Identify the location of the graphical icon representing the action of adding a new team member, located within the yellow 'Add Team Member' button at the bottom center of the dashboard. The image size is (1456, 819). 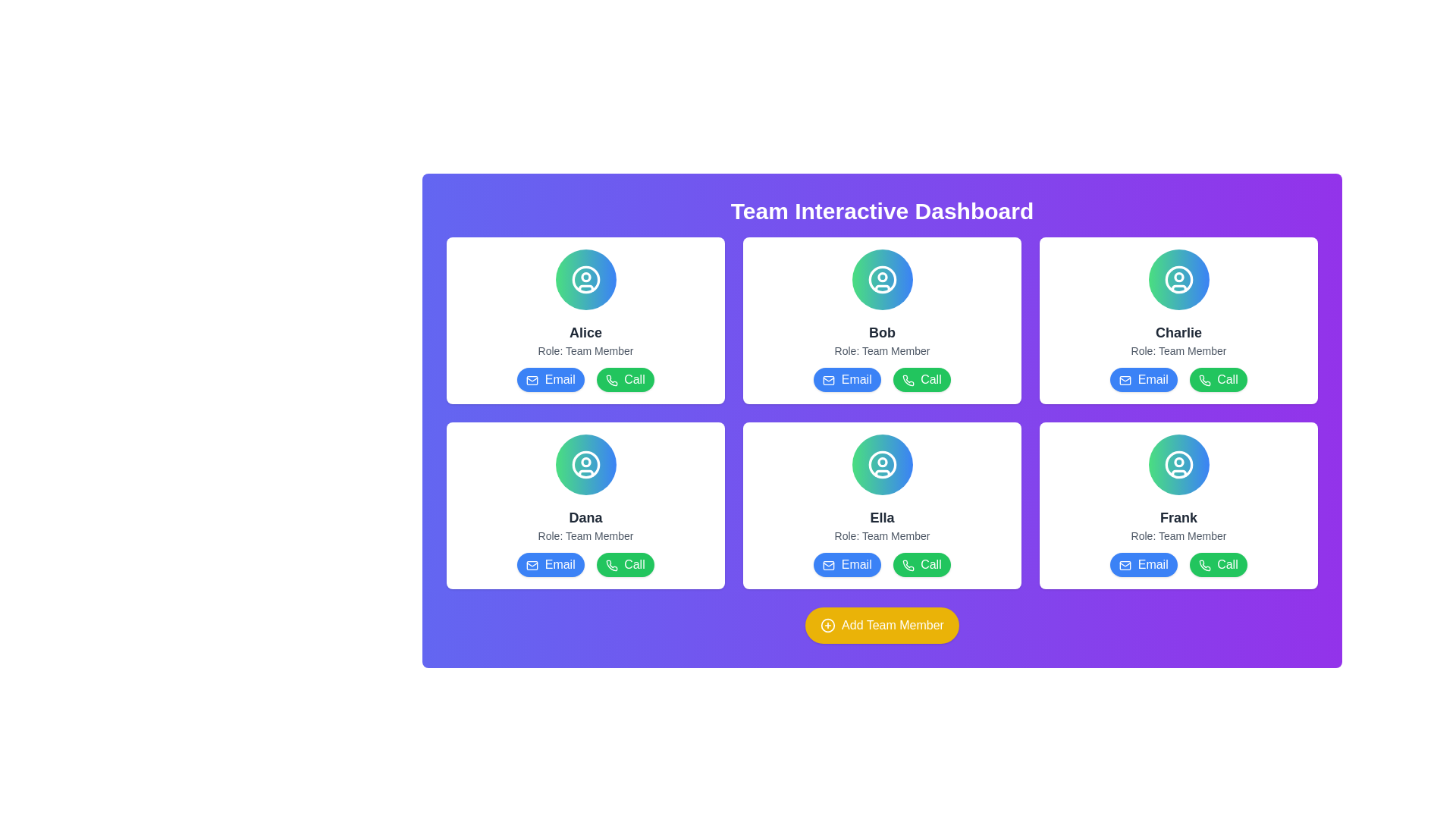
(827, 626).